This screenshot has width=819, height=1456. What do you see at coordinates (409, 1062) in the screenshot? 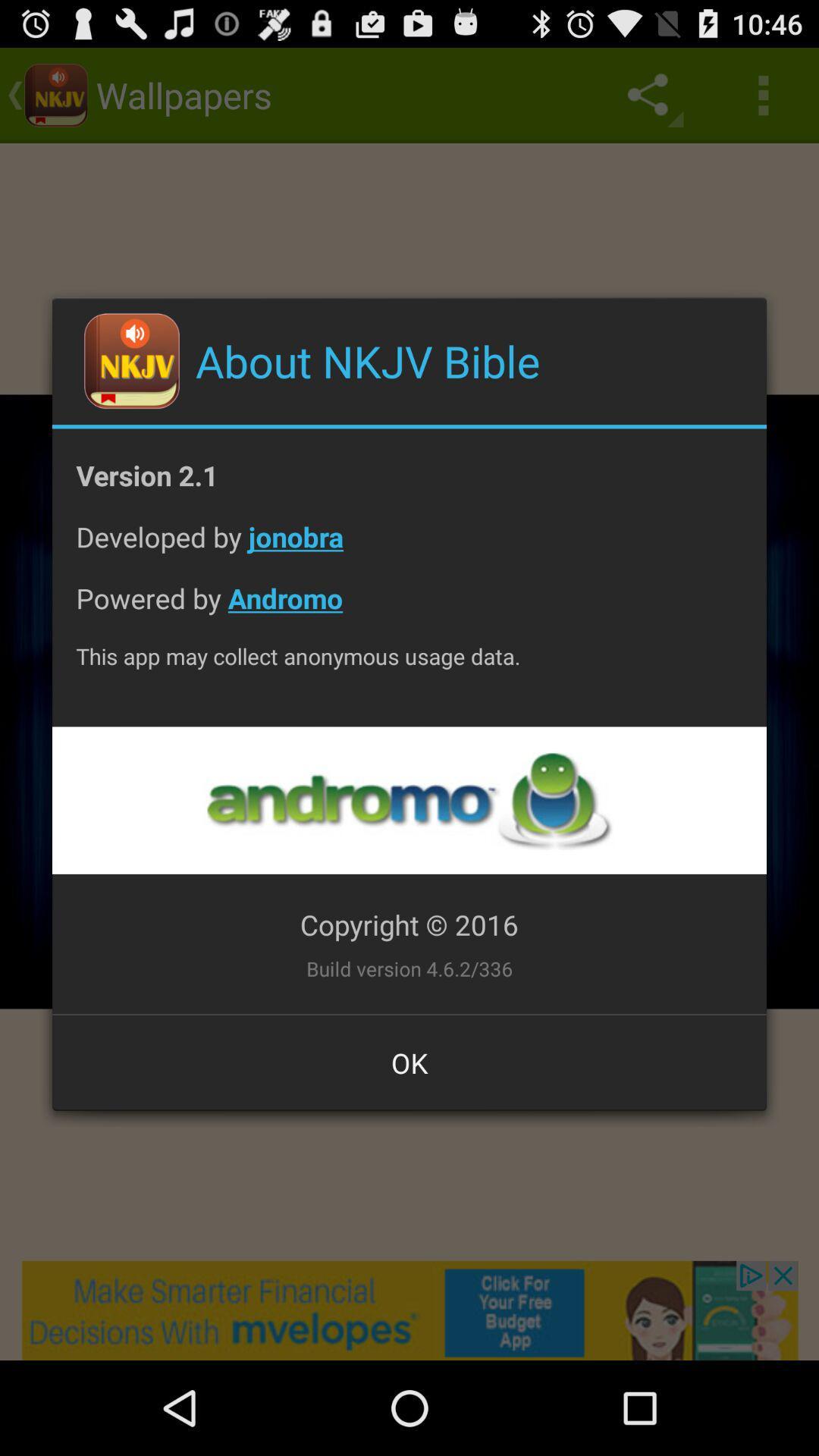
I see `the item at the bottom` at bounding box center [409, 1062].